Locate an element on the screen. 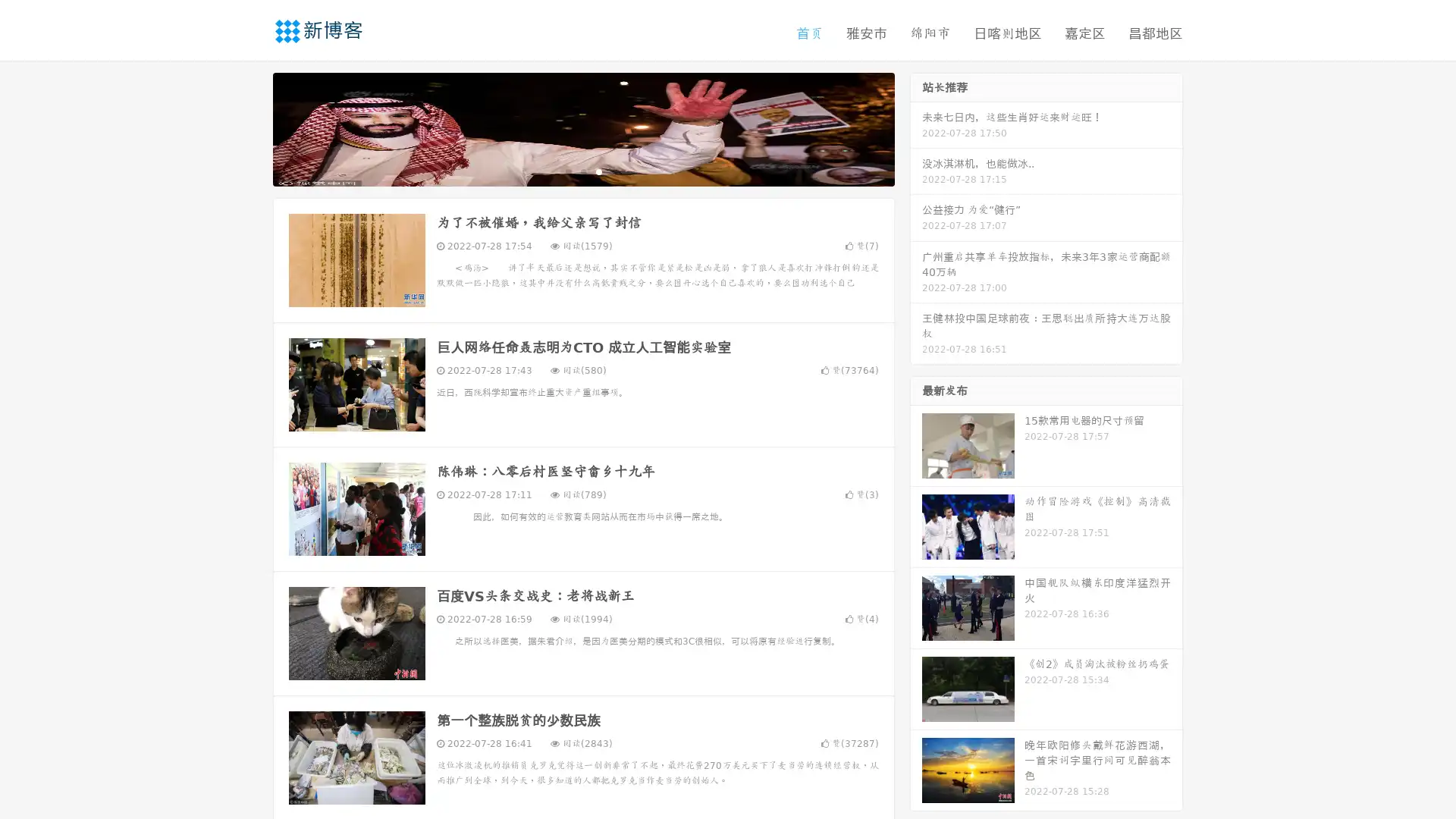  Previous slide is located at coordinates (250, 127).